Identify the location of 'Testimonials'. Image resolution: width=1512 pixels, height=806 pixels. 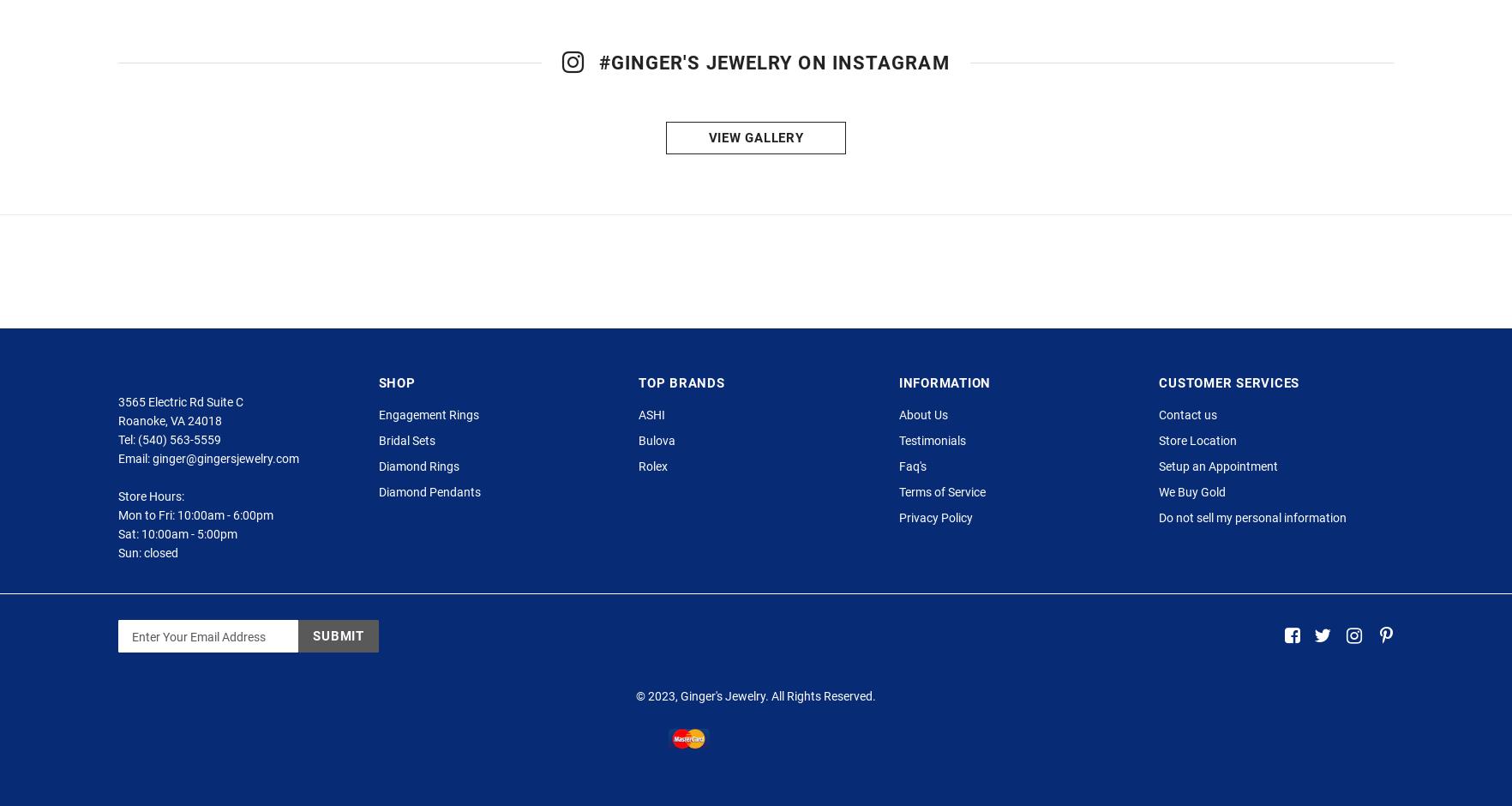
(931, 475).